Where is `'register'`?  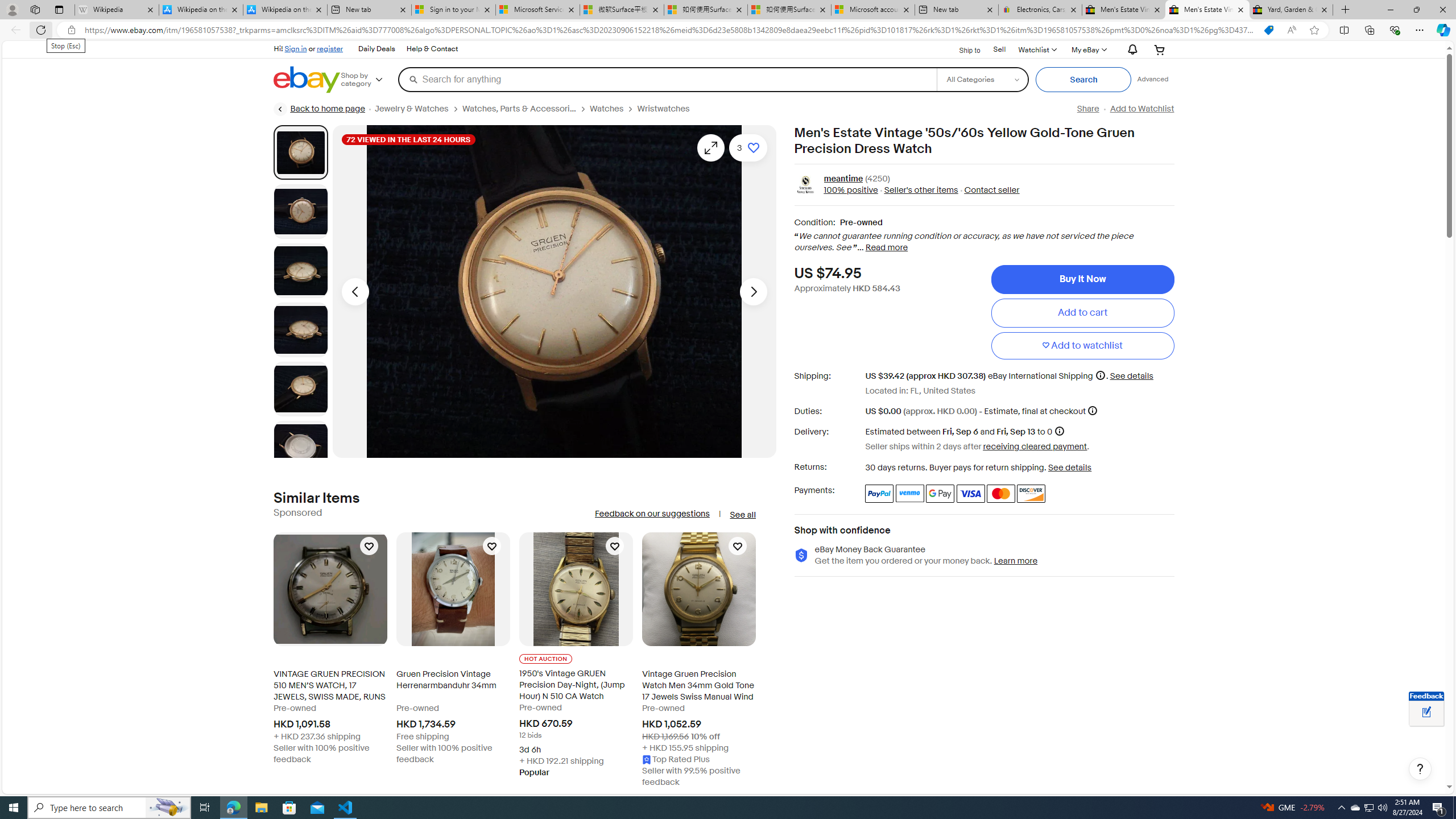 'register' is located at coordinates (329, 48).